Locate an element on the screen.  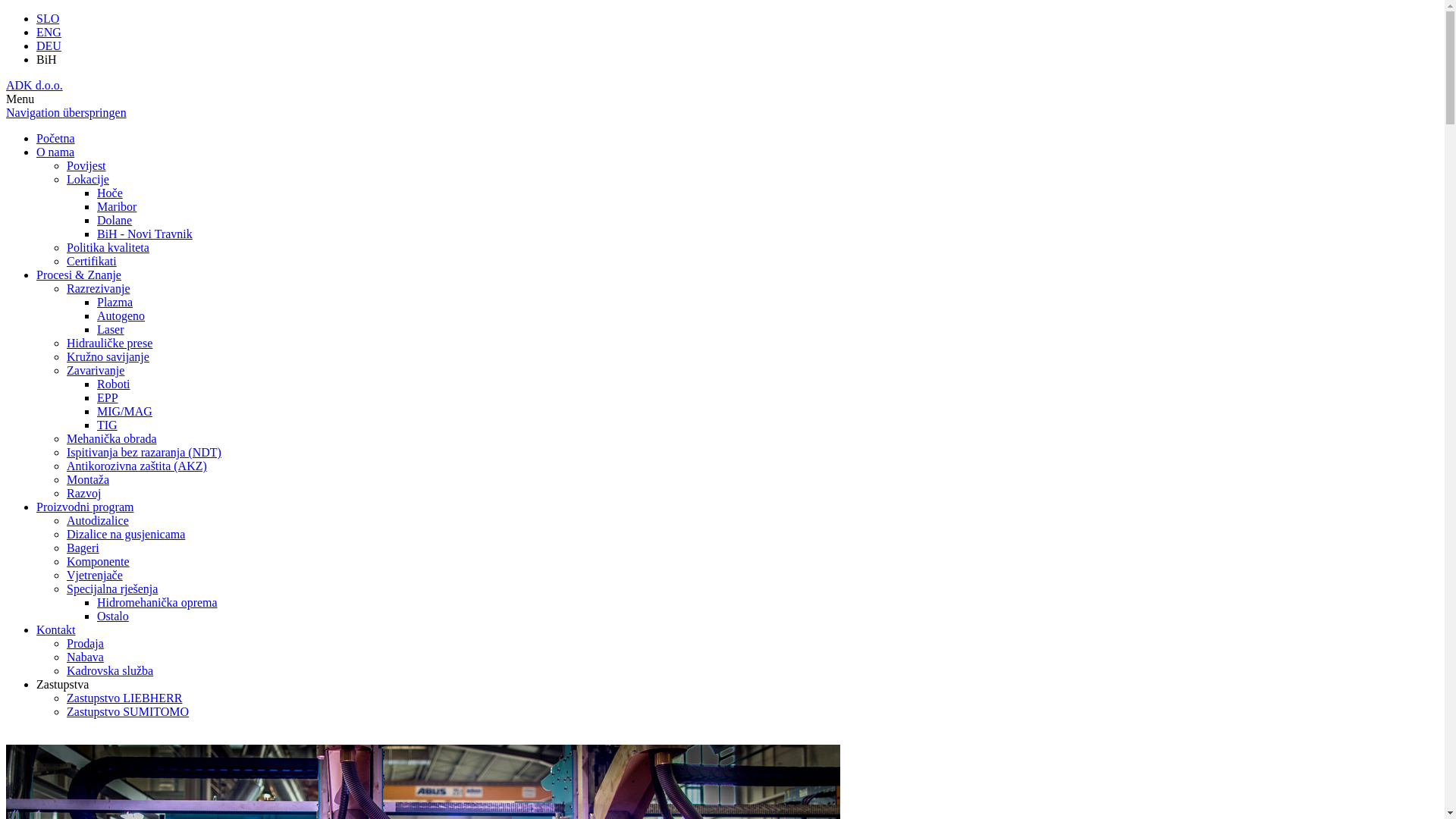
'Kontakt' is located at coordinates (55, 629).